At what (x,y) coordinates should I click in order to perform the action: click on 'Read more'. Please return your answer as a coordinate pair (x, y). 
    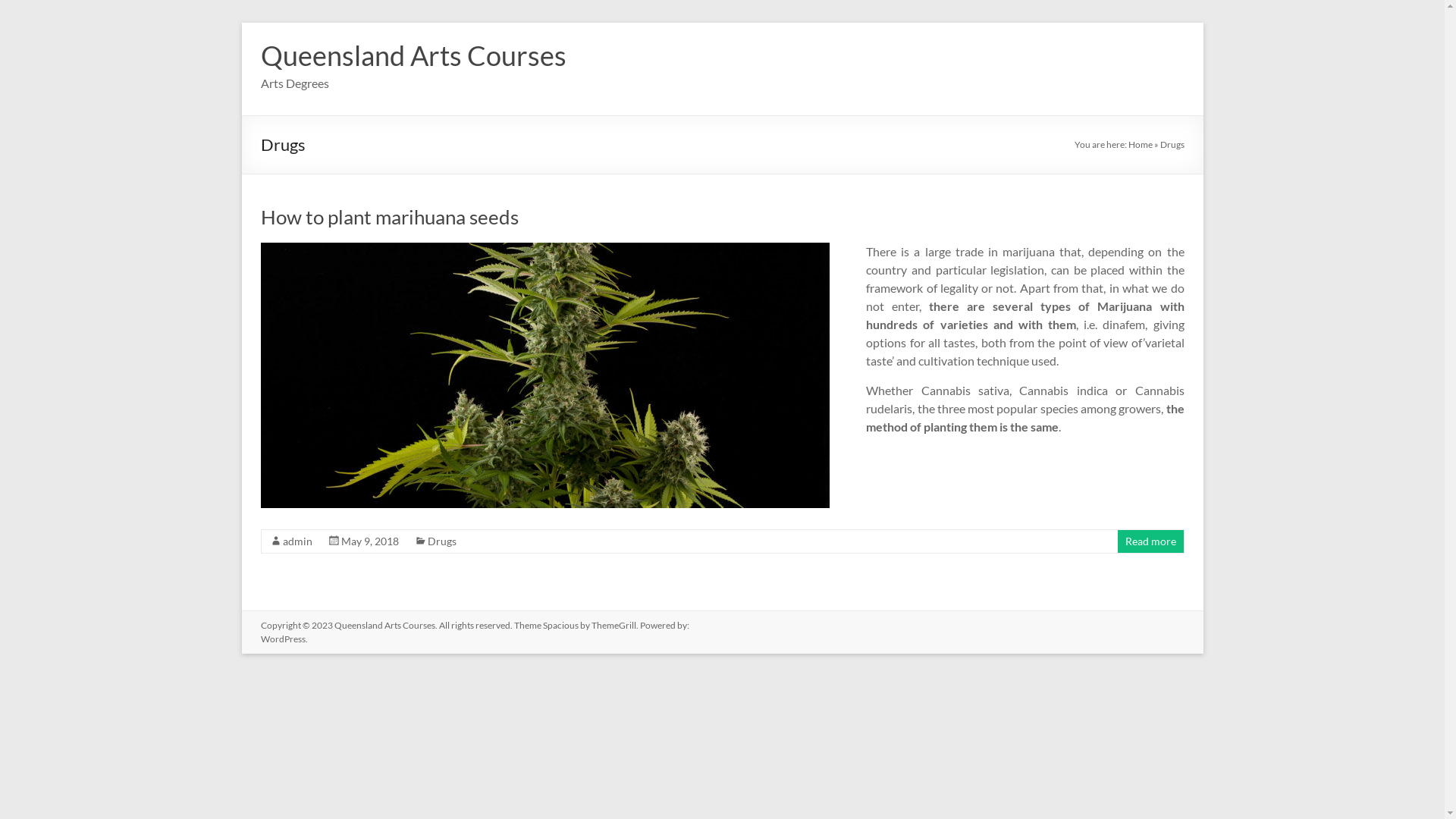
    Looking at the image, I should click on (1150, 540).